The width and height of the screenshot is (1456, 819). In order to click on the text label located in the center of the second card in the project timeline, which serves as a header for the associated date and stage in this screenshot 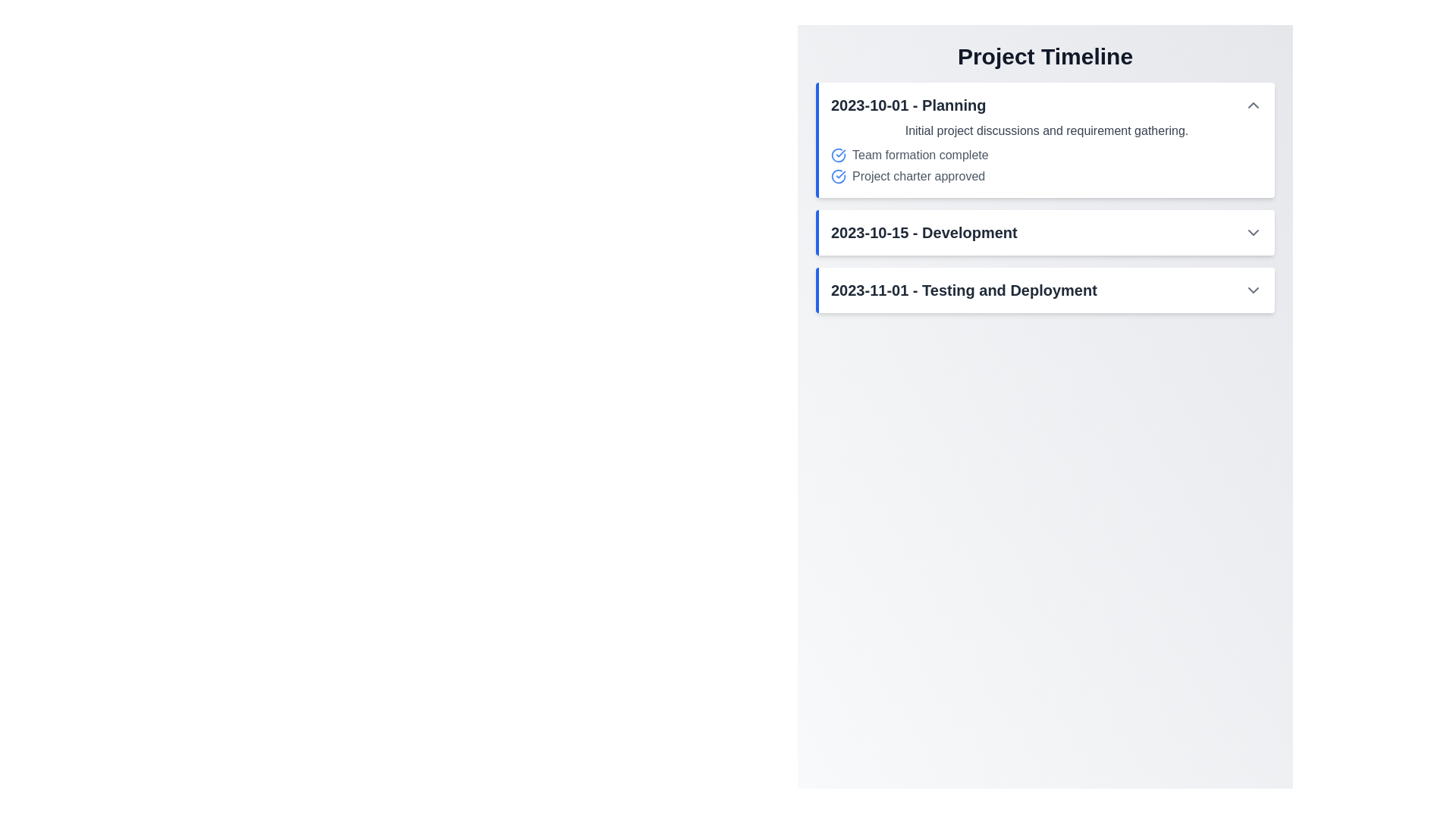, I will do `click(923, 233)`.